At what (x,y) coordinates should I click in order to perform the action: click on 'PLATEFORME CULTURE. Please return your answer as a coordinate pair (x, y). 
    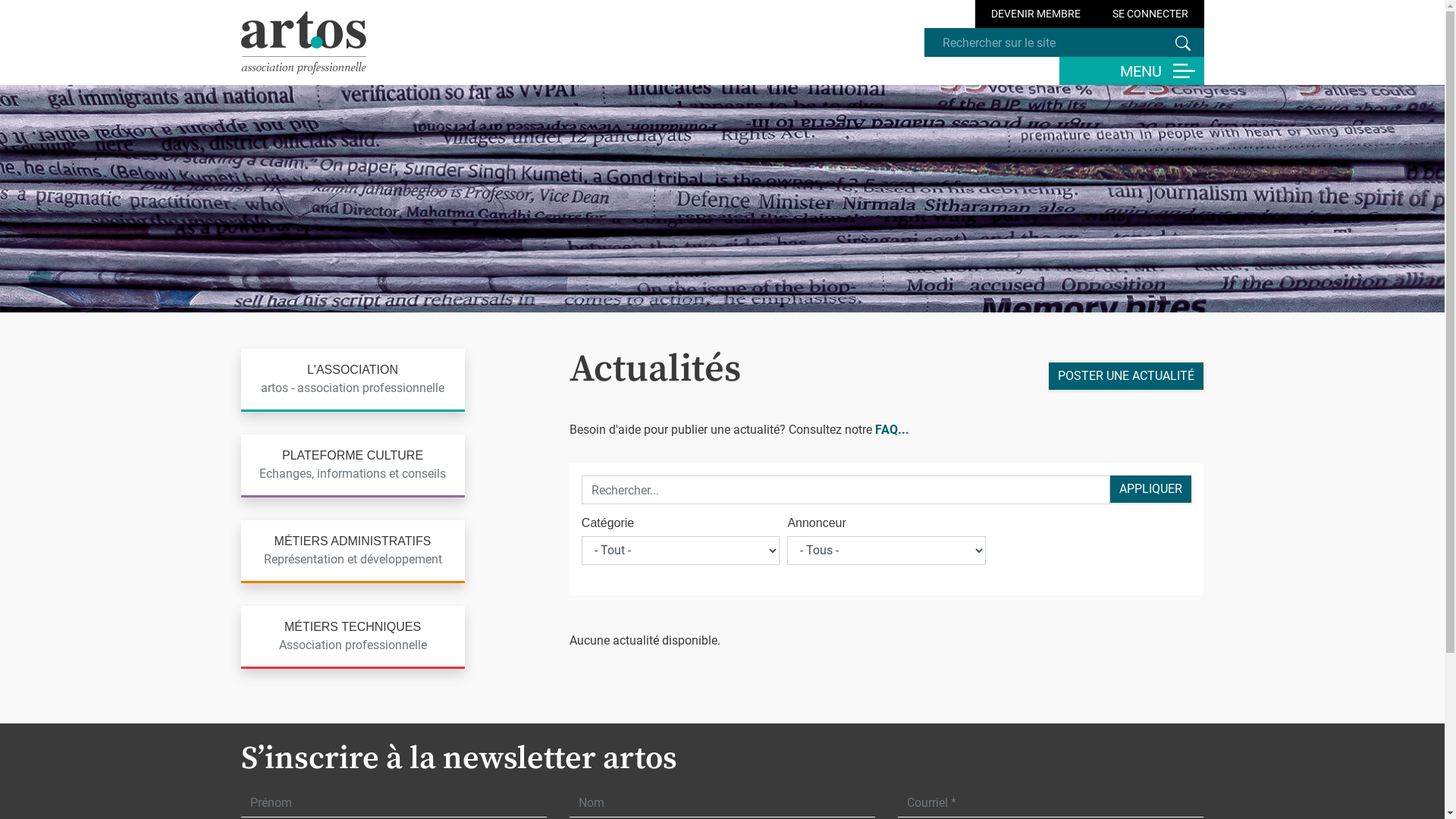
    Looking at the image, I should click on (352, 465).